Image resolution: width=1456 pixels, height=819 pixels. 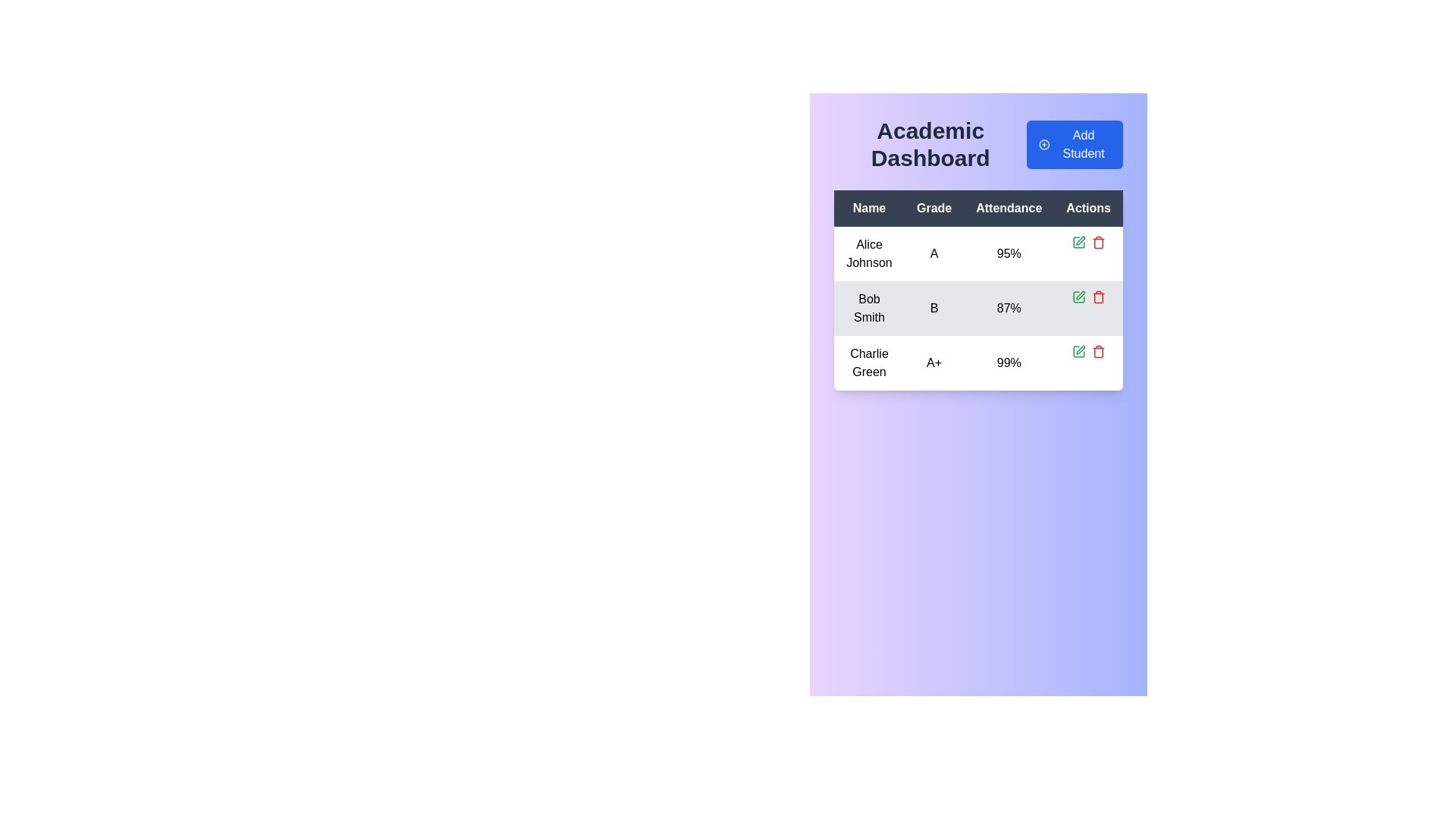 I want to click on the Table Header Row element, so click(x=978, y=208).